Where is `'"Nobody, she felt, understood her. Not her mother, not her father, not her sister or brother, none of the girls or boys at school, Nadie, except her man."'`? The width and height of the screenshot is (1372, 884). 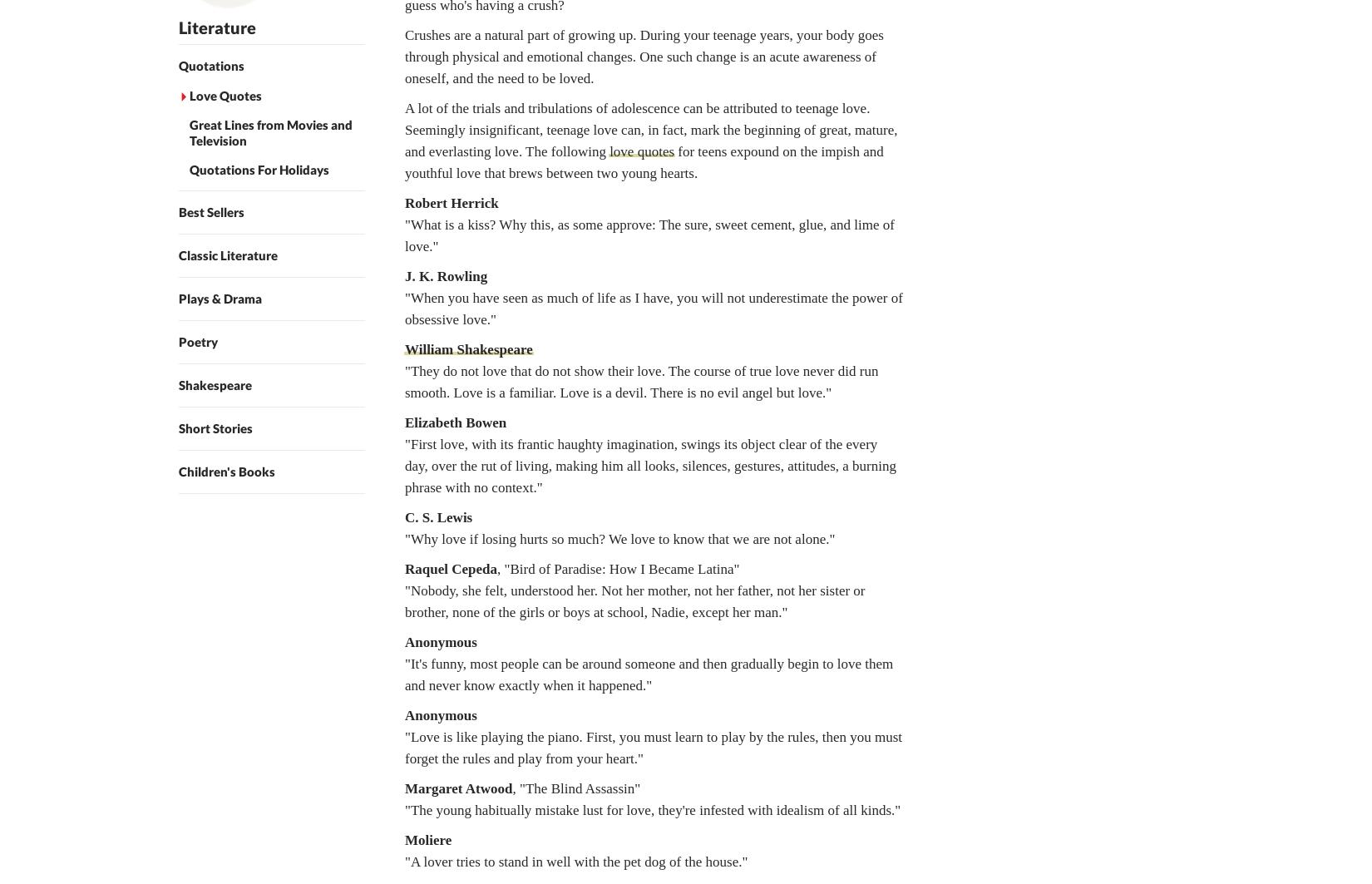 '"Nobody, she felt, understood her. Not her mother, not her father, not her sister or brother, none of the girls or boys at school, Nadie, except her man."' is located at coordinates (634, 600).